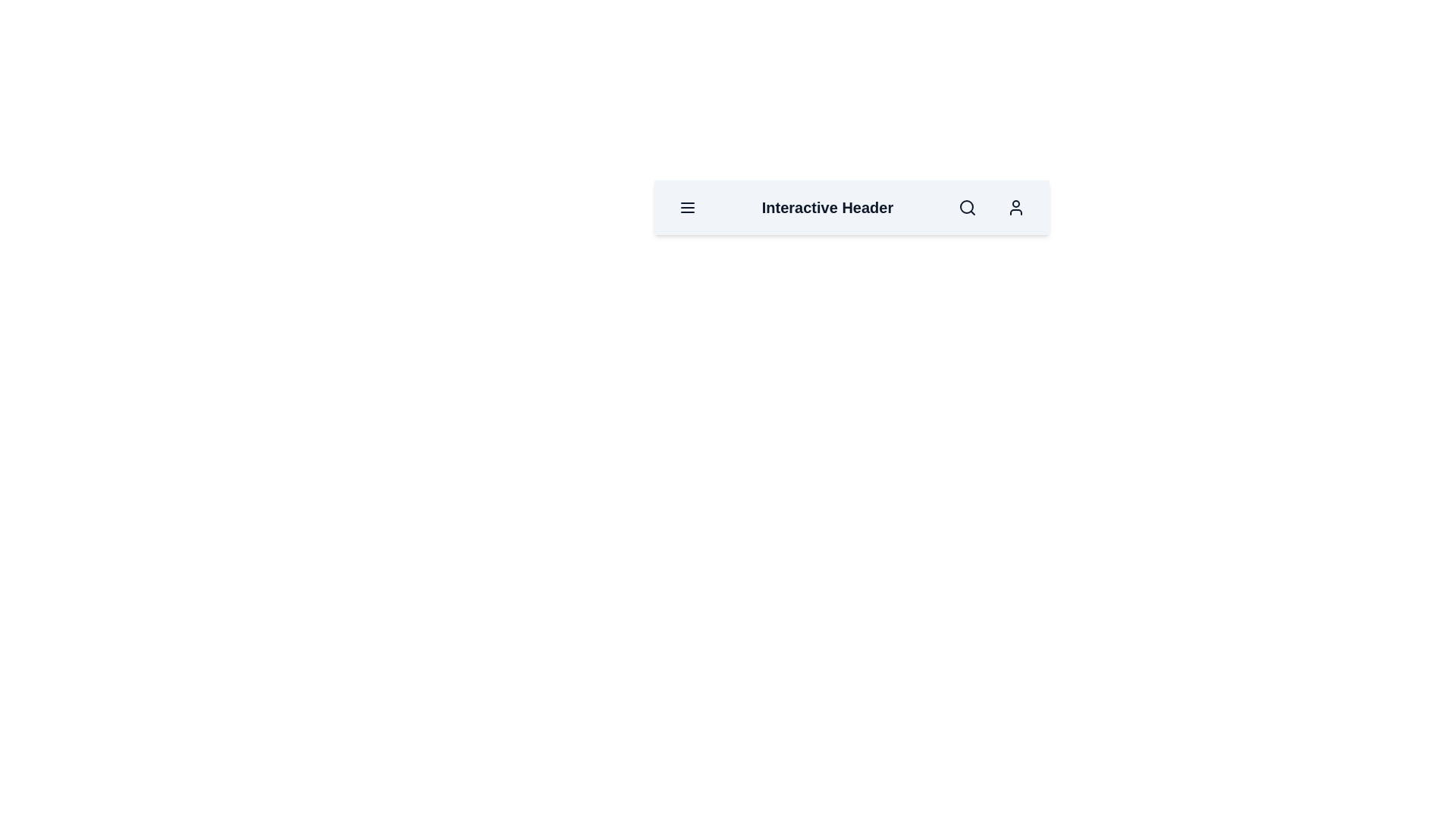 The height and width of the screenshot is (819, 1456). Describe the element at coordinates (967, 207) in the screenshot. I see `the button that toggles between dark and light modes` at that location.